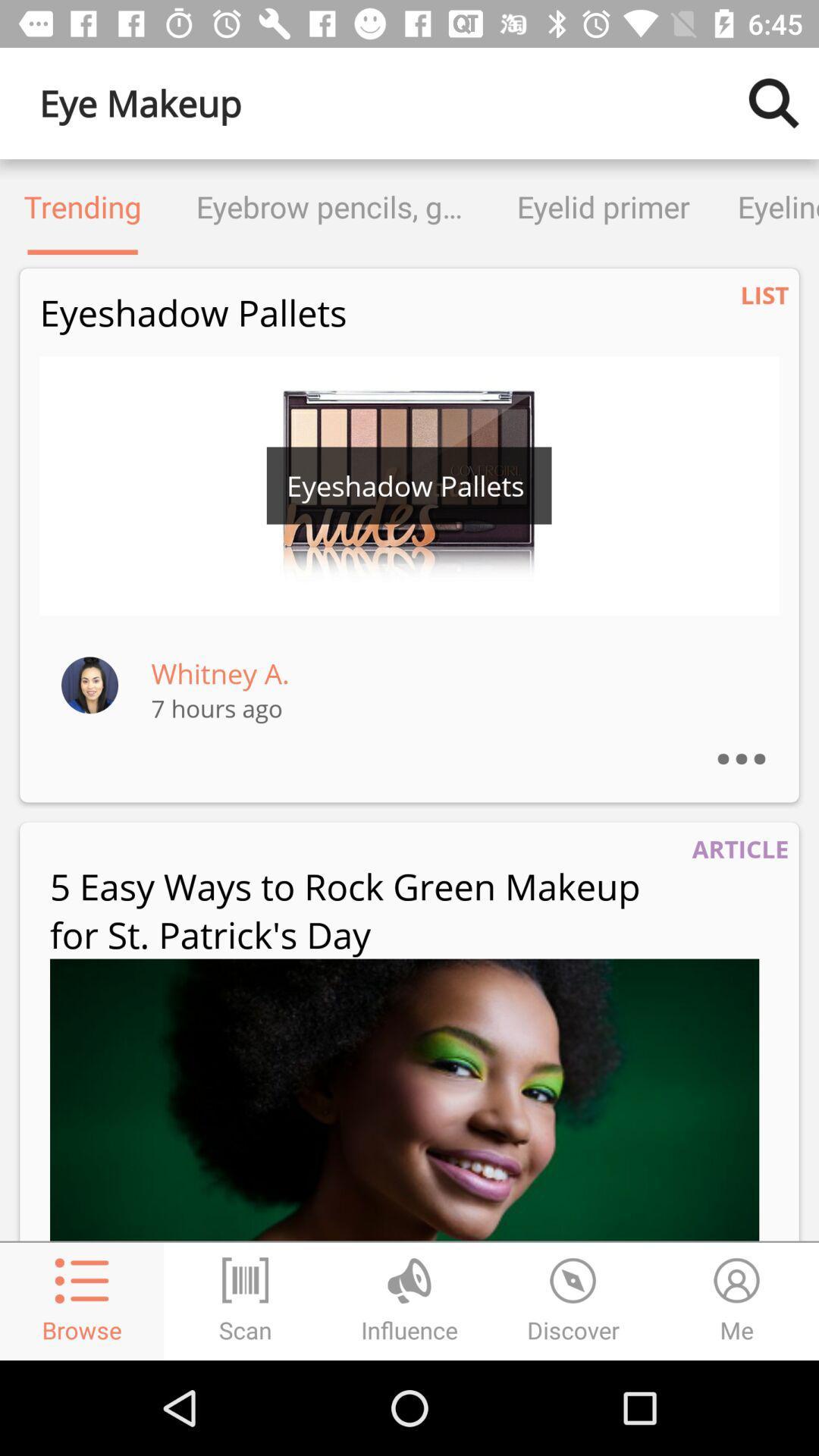  What do you see at coordinates (764, 295) in the screenshot?
I see `item below eyeliner item` at bounding box center [764, 295].